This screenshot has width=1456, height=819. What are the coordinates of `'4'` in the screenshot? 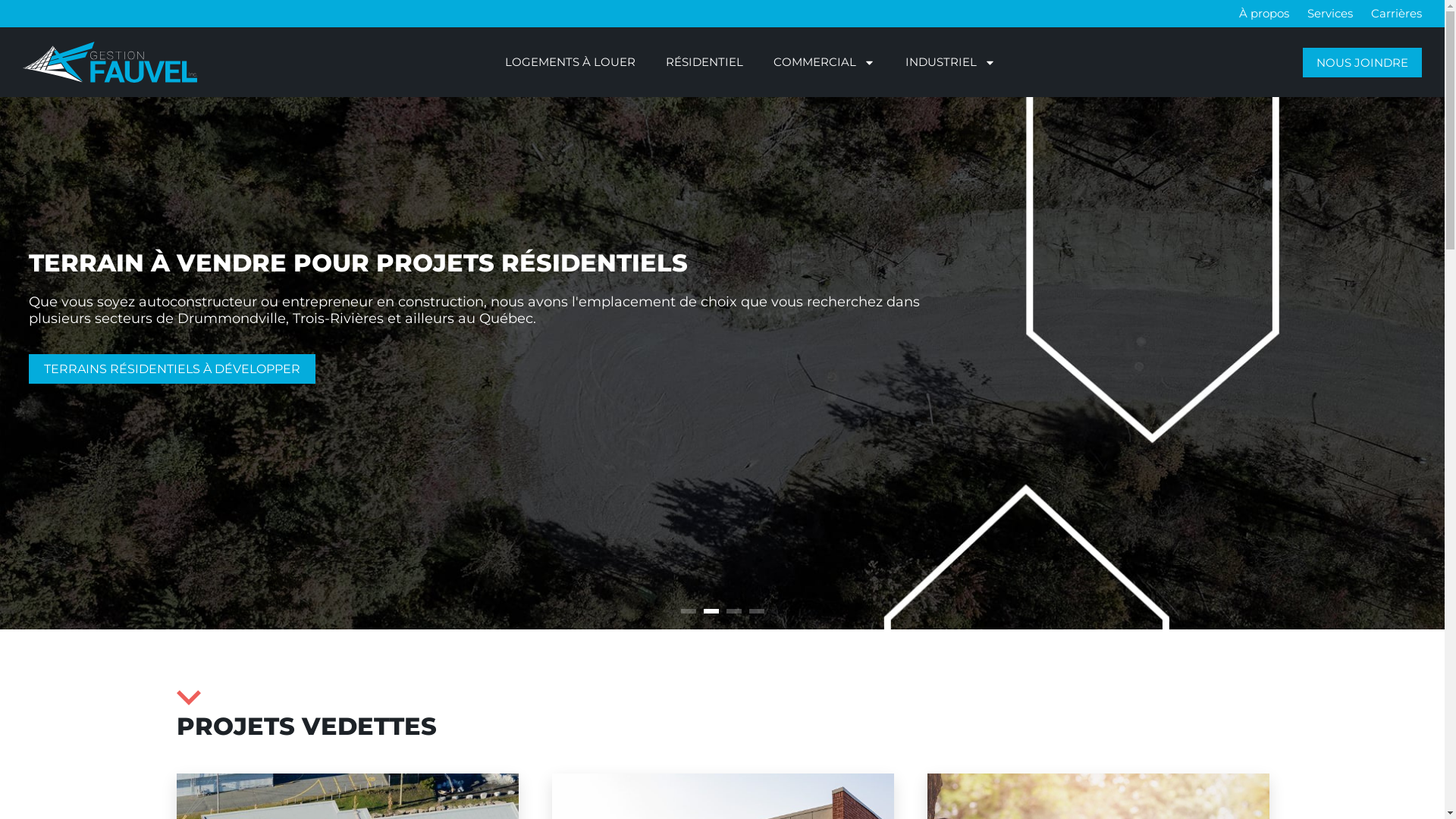 It's located at (757, 610).